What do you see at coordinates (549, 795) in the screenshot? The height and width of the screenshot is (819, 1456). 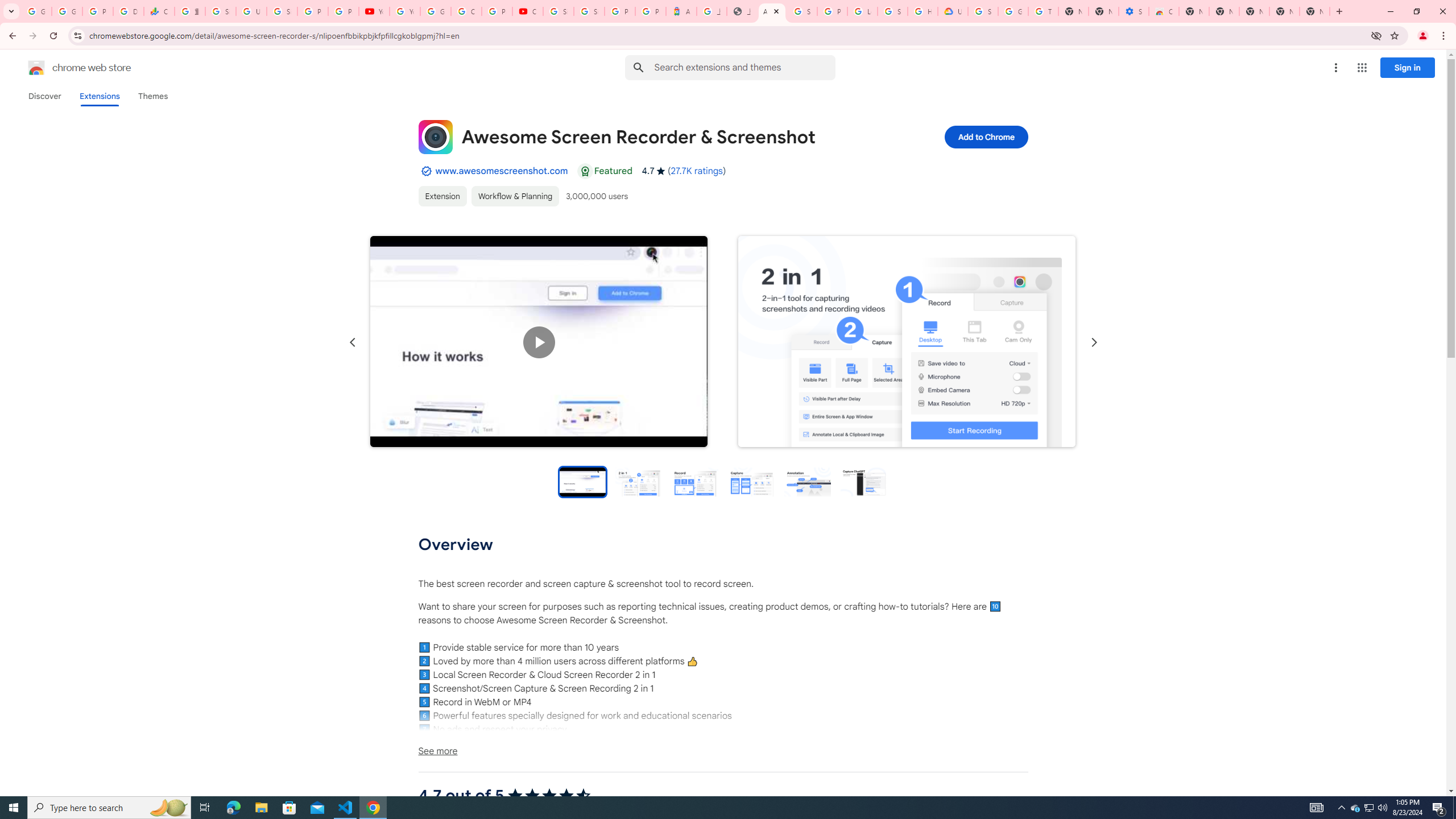 I see `'4.7 out of 5 stars'` at bounding box center [549, 795].